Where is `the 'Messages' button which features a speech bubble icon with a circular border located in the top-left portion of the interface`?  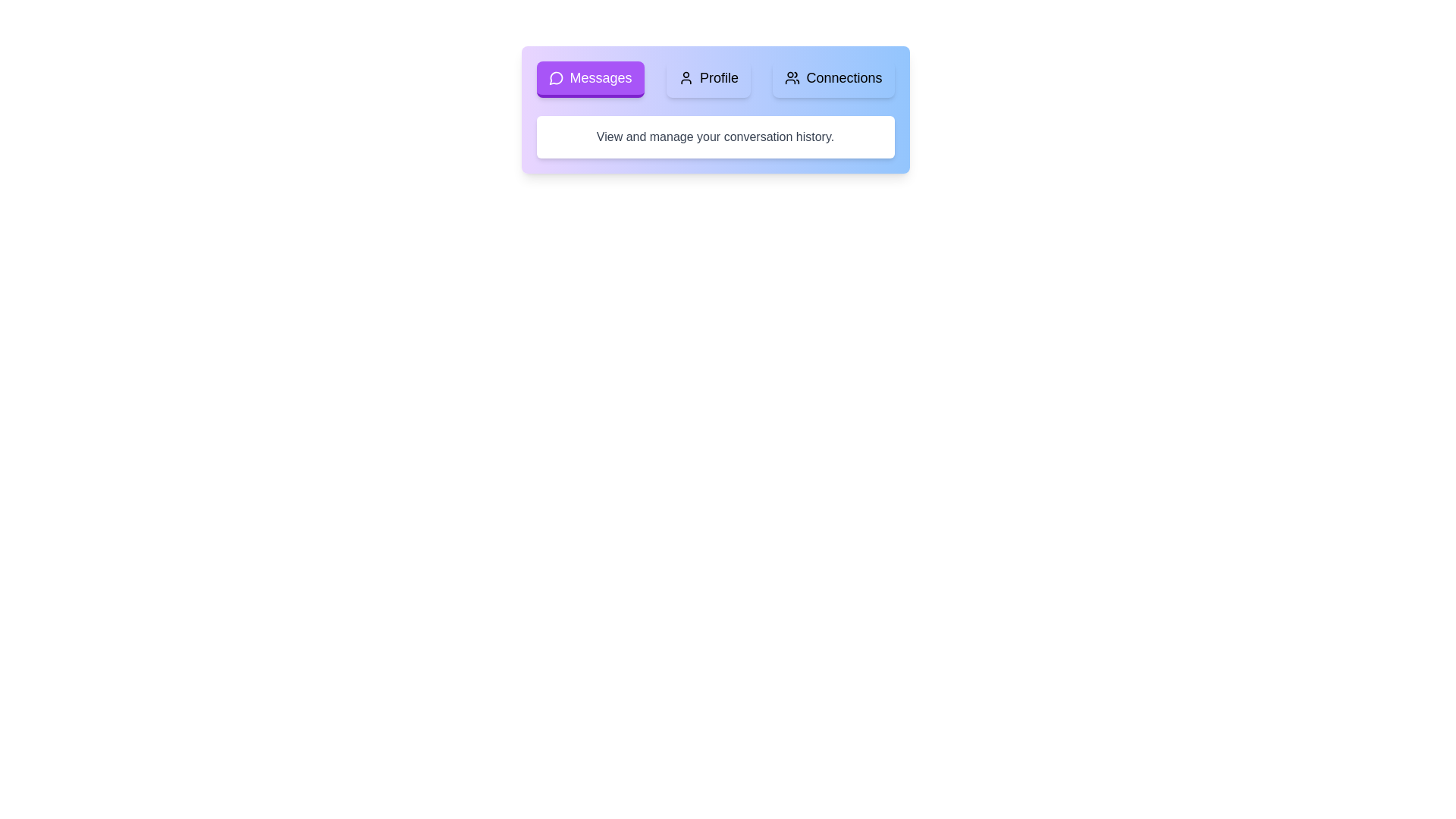
the 'Messages' button which features a speech bubble icon with a circular border located in the top-left portion of the interface is located at coordinates (555, 78).